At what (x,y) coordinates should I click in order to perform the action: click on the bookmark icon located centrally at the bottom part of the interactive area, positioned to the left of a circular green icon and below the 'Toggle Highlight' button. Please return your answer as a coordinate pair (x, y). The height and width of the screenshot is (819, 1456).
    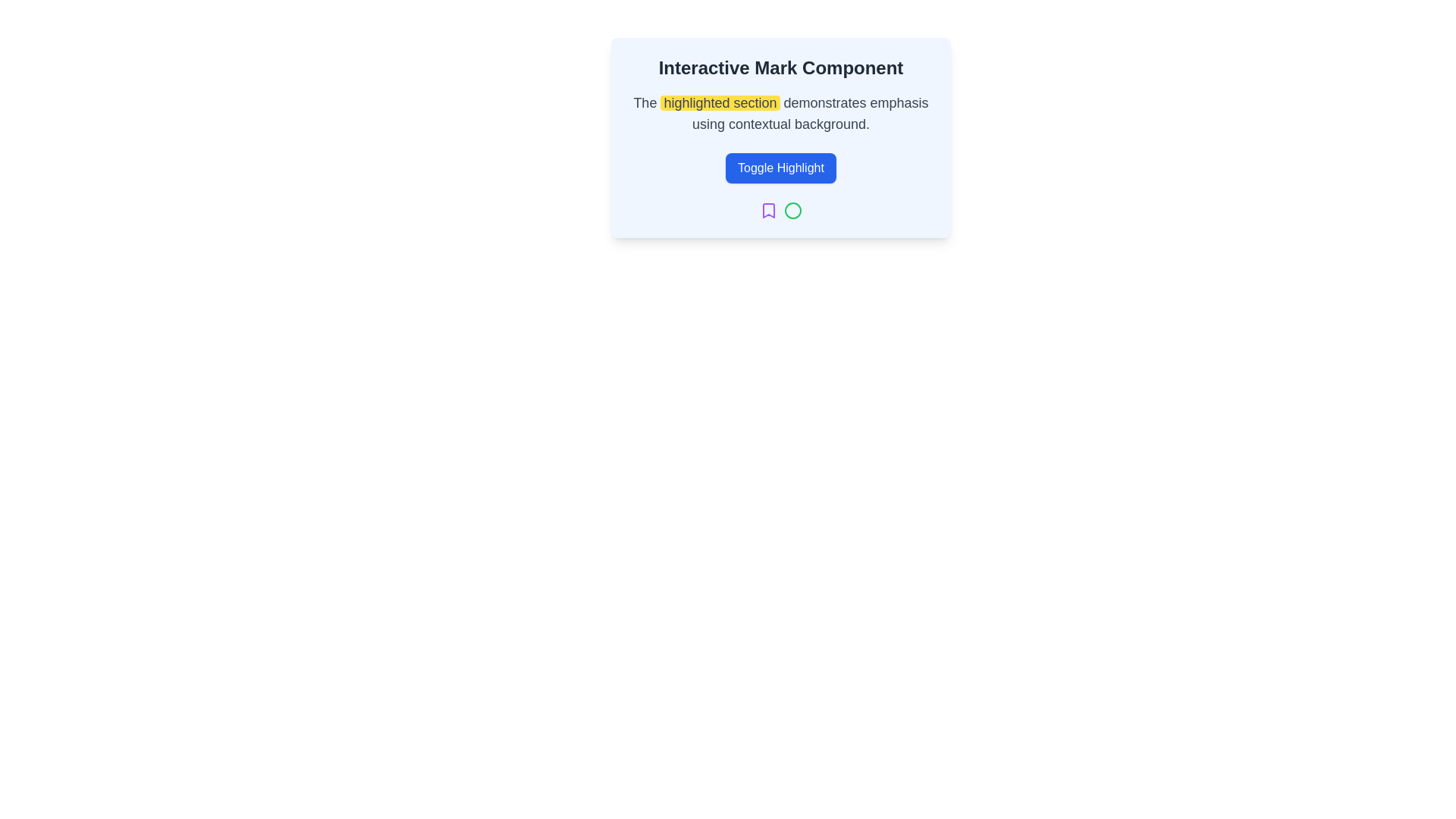
    Looking at the image, I should click on (768, 210).